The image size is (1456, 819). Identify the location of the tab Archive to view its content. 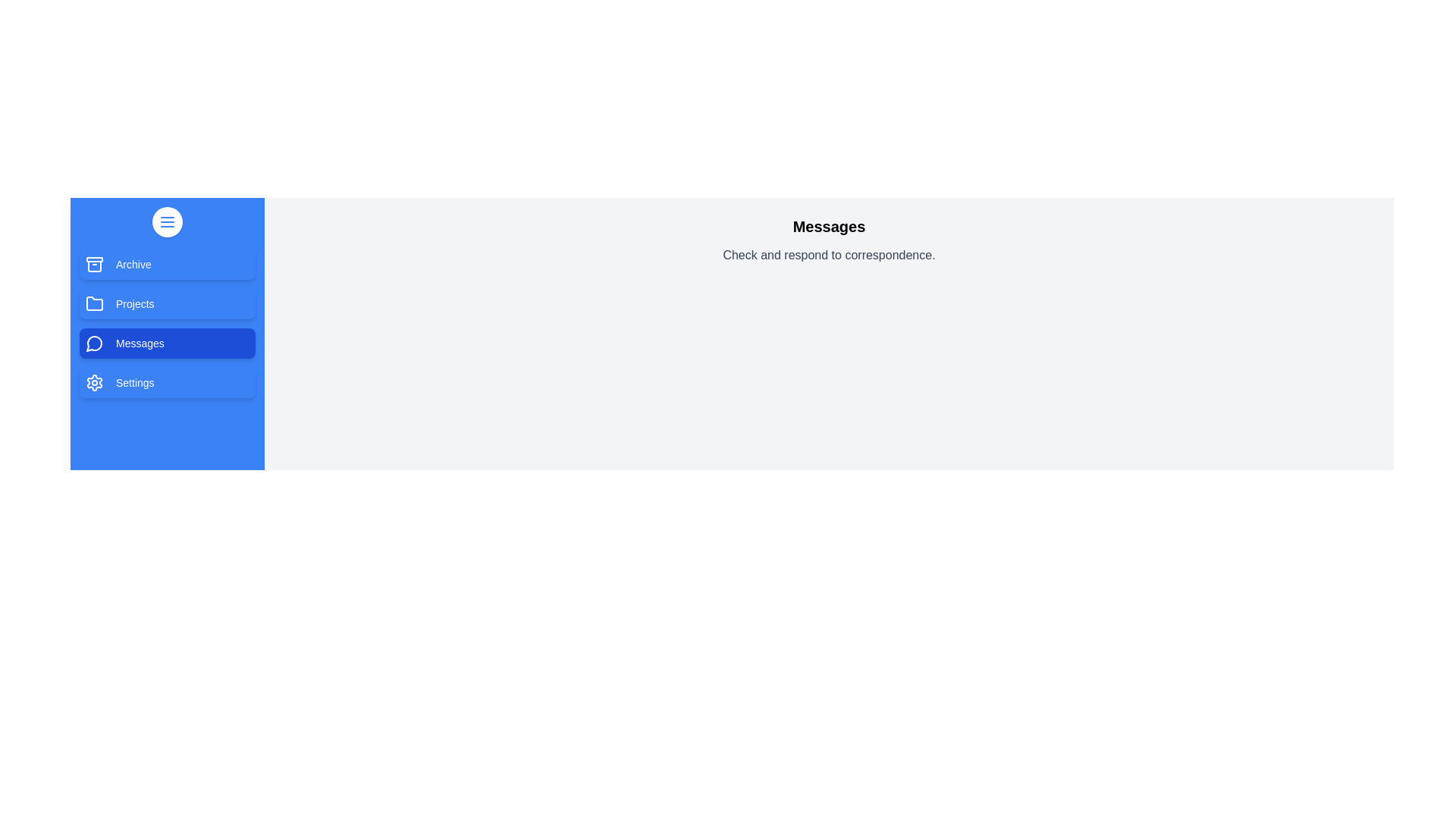
(167, 263).